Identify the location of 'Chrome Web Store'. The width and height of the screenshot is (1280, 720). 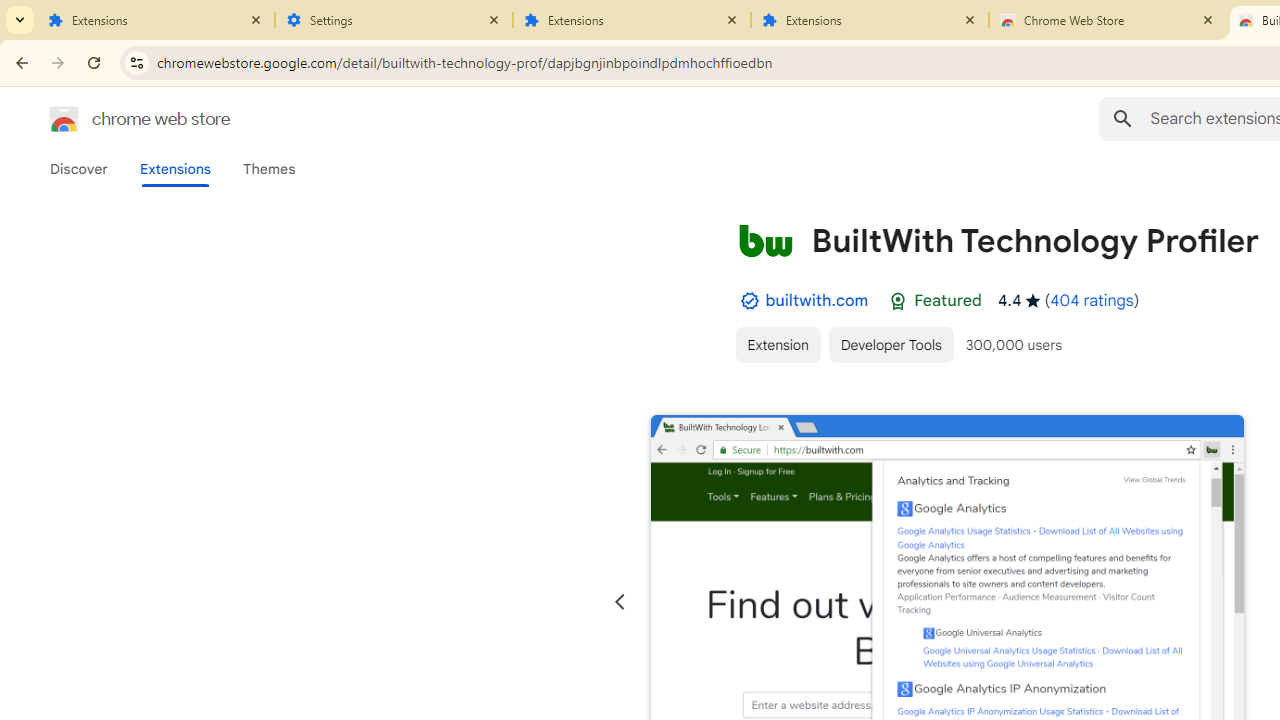
(1107, 20).